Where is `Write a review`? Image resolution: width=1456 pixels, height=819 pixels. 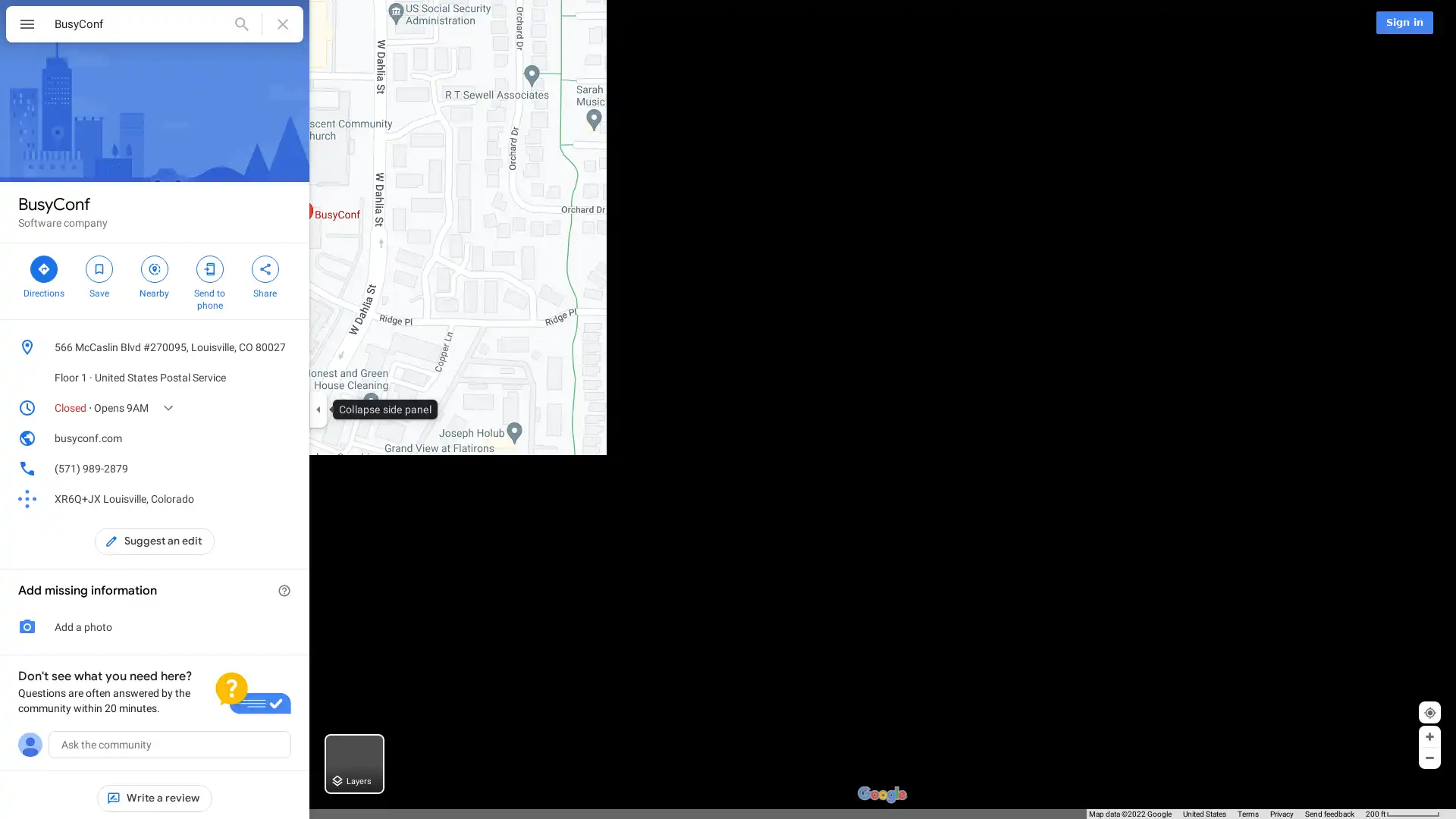
Write a review is located at coordinates (155, 798).